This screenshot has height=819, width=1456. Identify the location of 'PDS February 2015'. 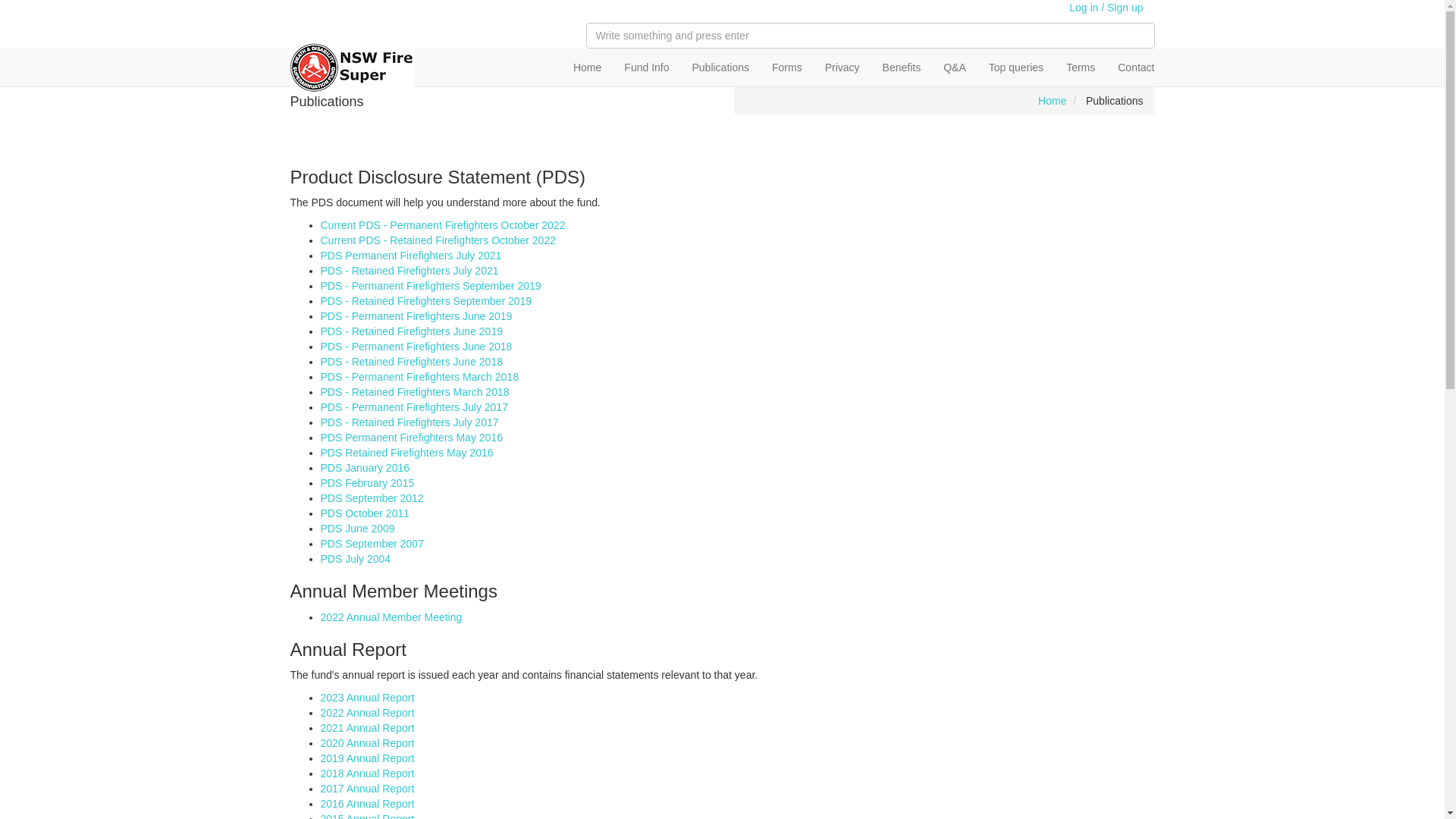
(367, 482).